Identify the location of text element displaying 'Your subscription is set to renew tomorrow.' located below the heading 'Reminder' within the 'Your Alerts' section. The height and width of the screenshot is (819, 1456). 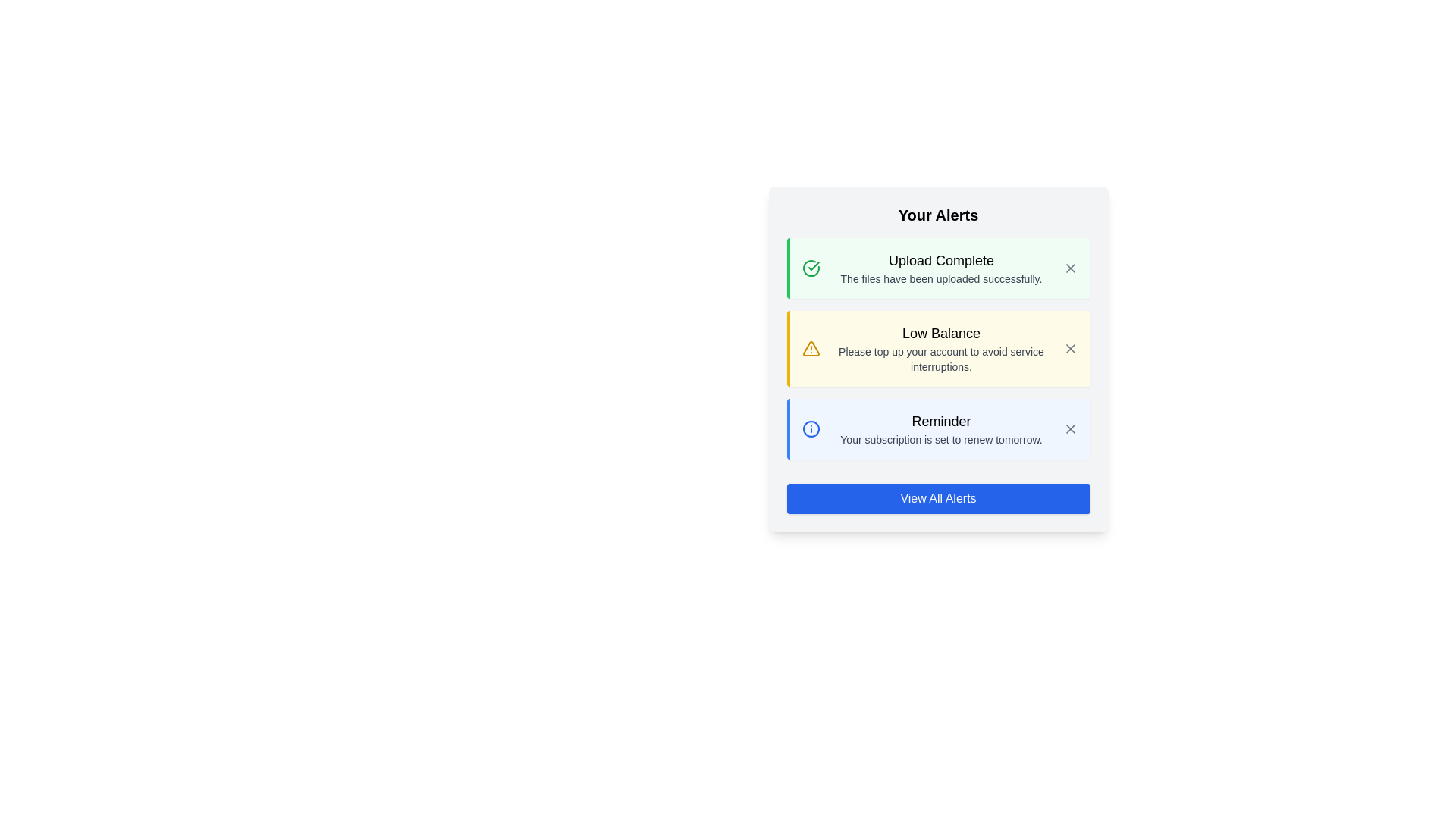
(940, 439).